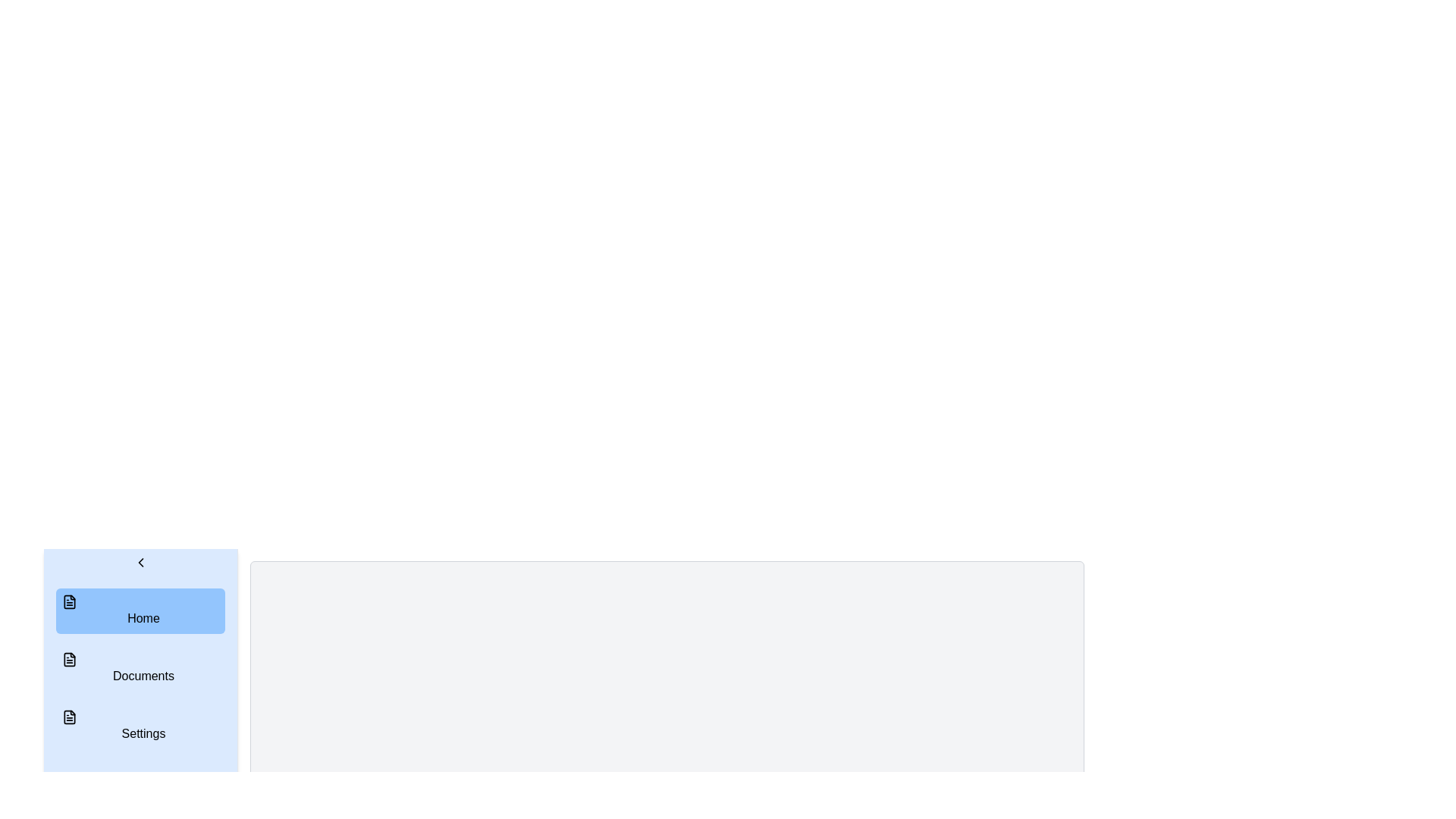 This screenshot has width=1456, height=819. I want to click on the left-pointing chevron icon in the top-left corner of the vertical menu panel, so click(140, 562).